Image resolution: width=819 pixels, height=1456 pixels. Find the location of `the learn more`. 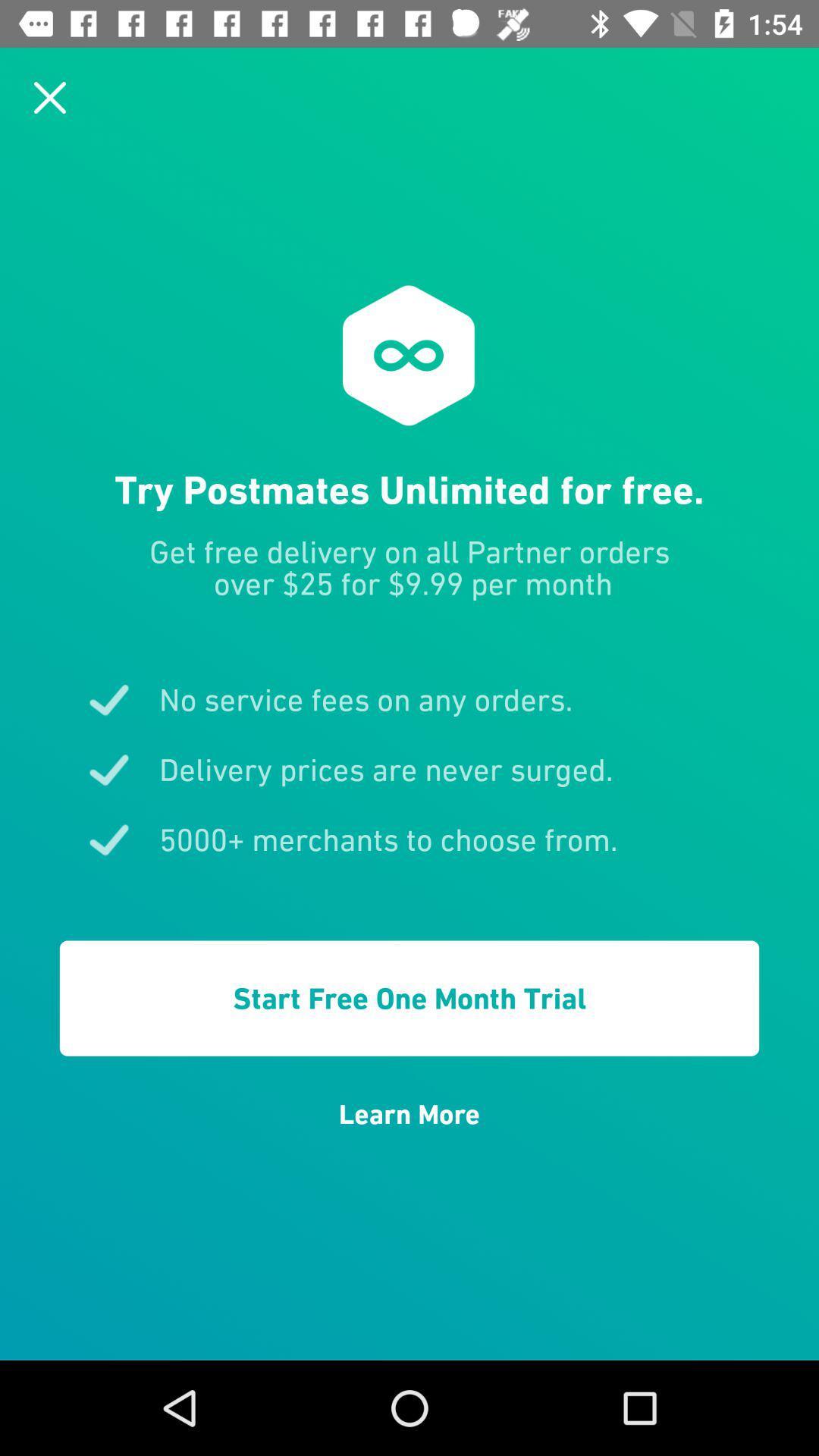

the learn more is located at coordinates (409, 1114).